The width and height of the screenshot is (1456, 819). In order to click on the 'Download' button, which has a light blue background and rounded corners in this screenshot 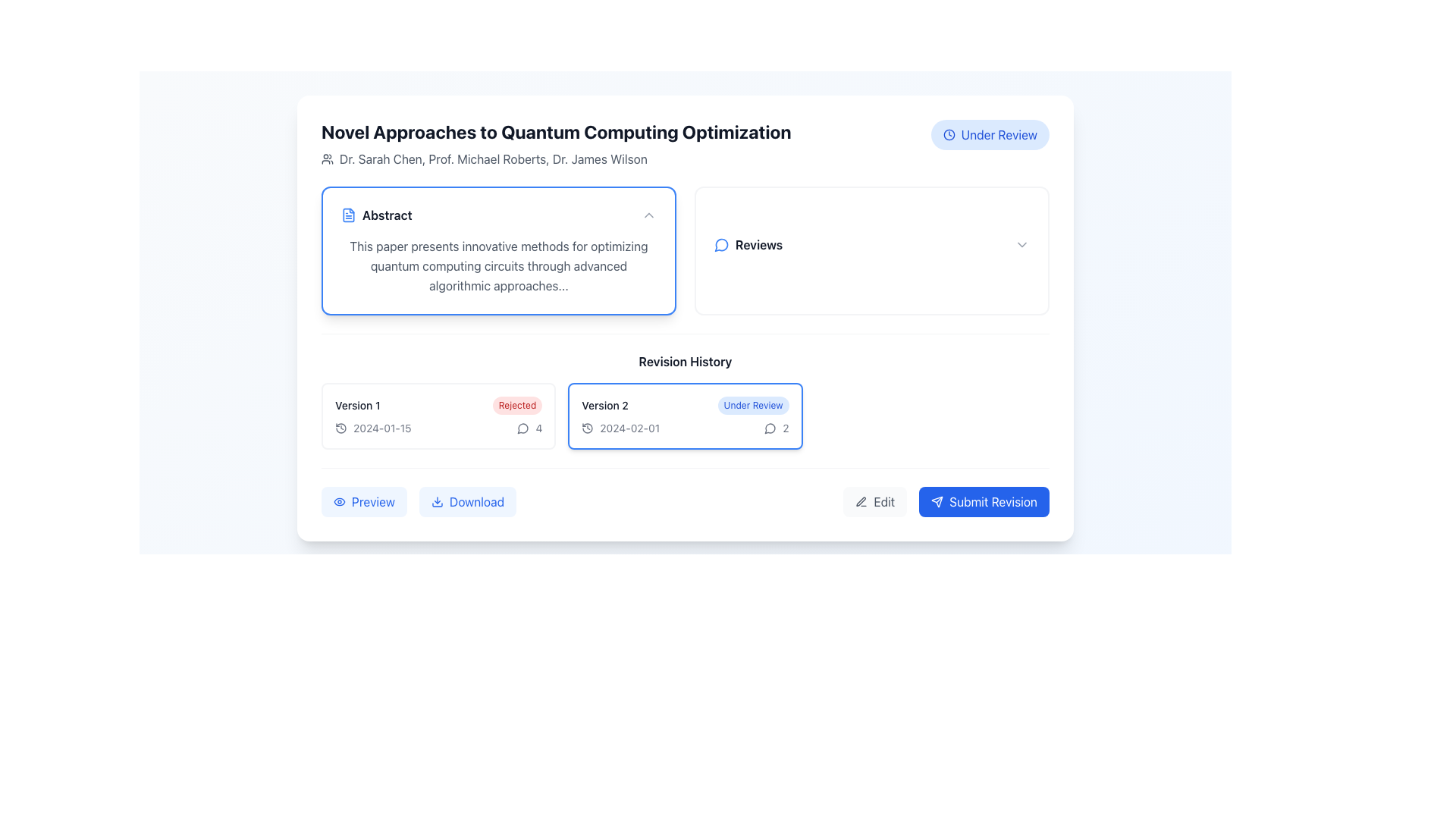, I will do `click(467, 502)`.